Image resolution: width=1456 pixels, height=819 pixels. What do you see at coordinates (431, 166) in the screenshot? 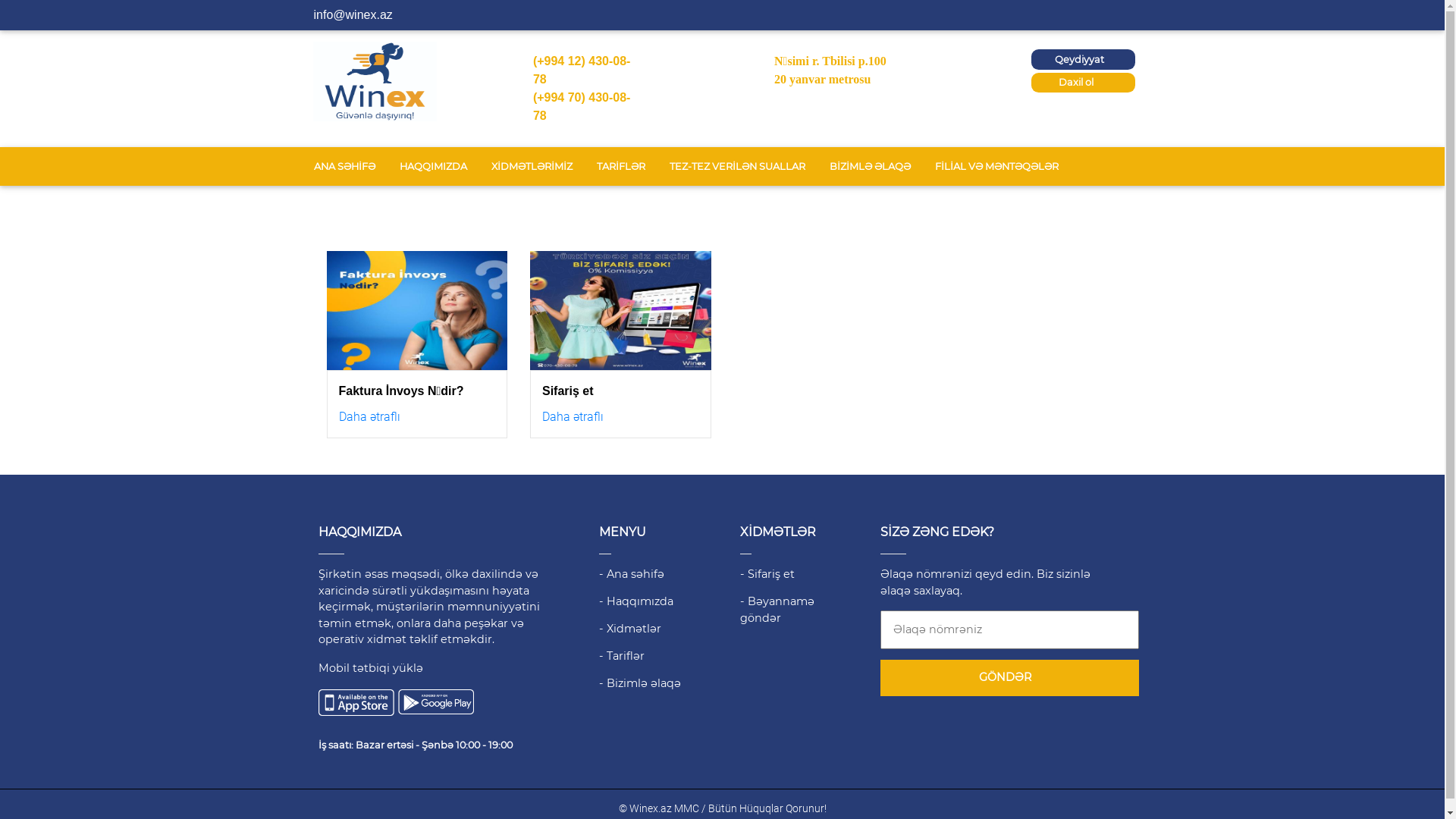
I see `'HAQQIMIZDA'` at bounding box center [431, 166].